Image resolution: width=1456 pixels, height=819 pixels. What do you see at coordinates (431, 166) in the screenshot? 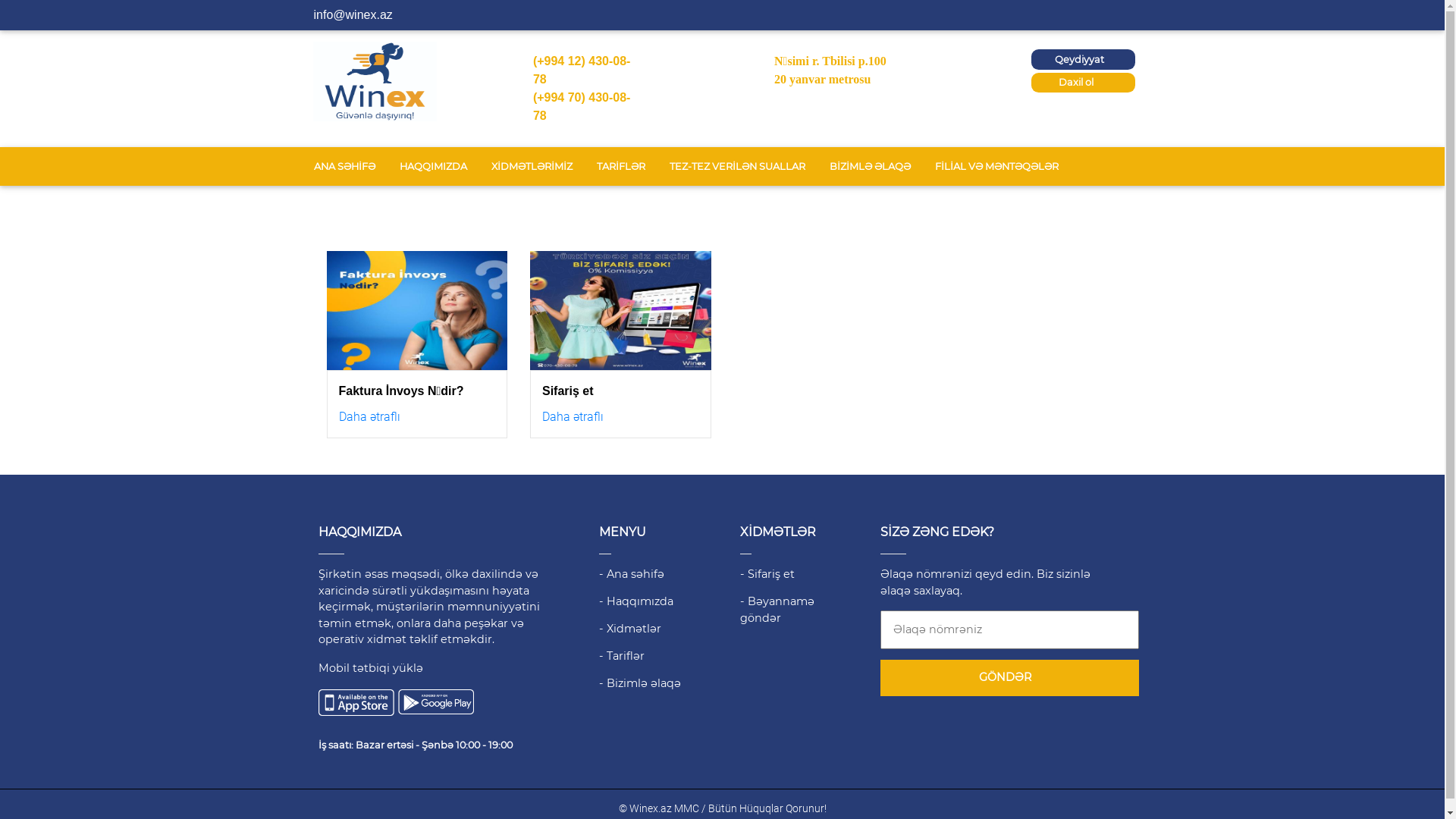
I see `'HAQQIMIZDA'` at bounding box center [431, 166].